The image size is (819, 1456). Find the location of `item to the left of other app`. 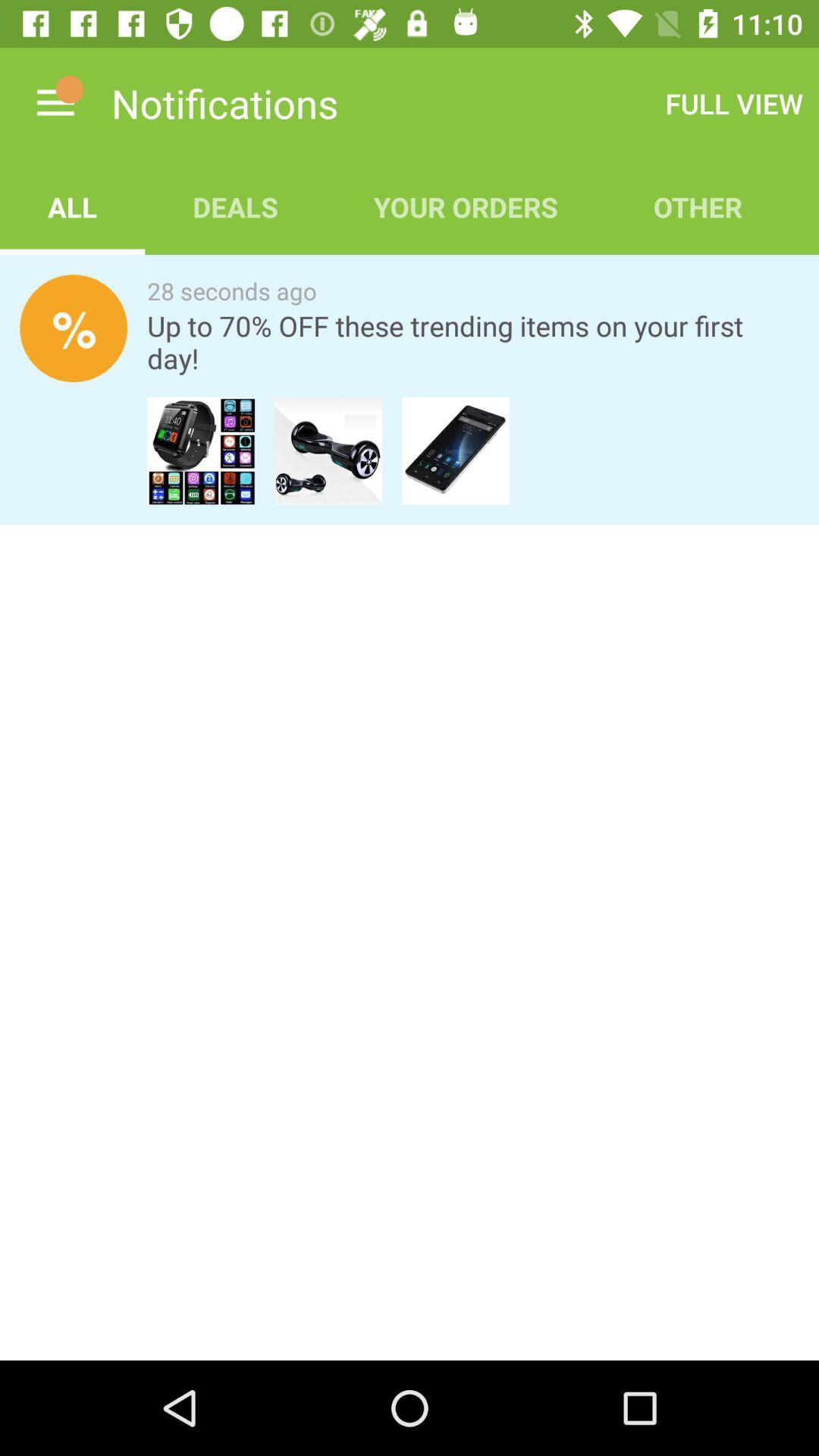

item to the left of other app is located at coordinates (465, 206).